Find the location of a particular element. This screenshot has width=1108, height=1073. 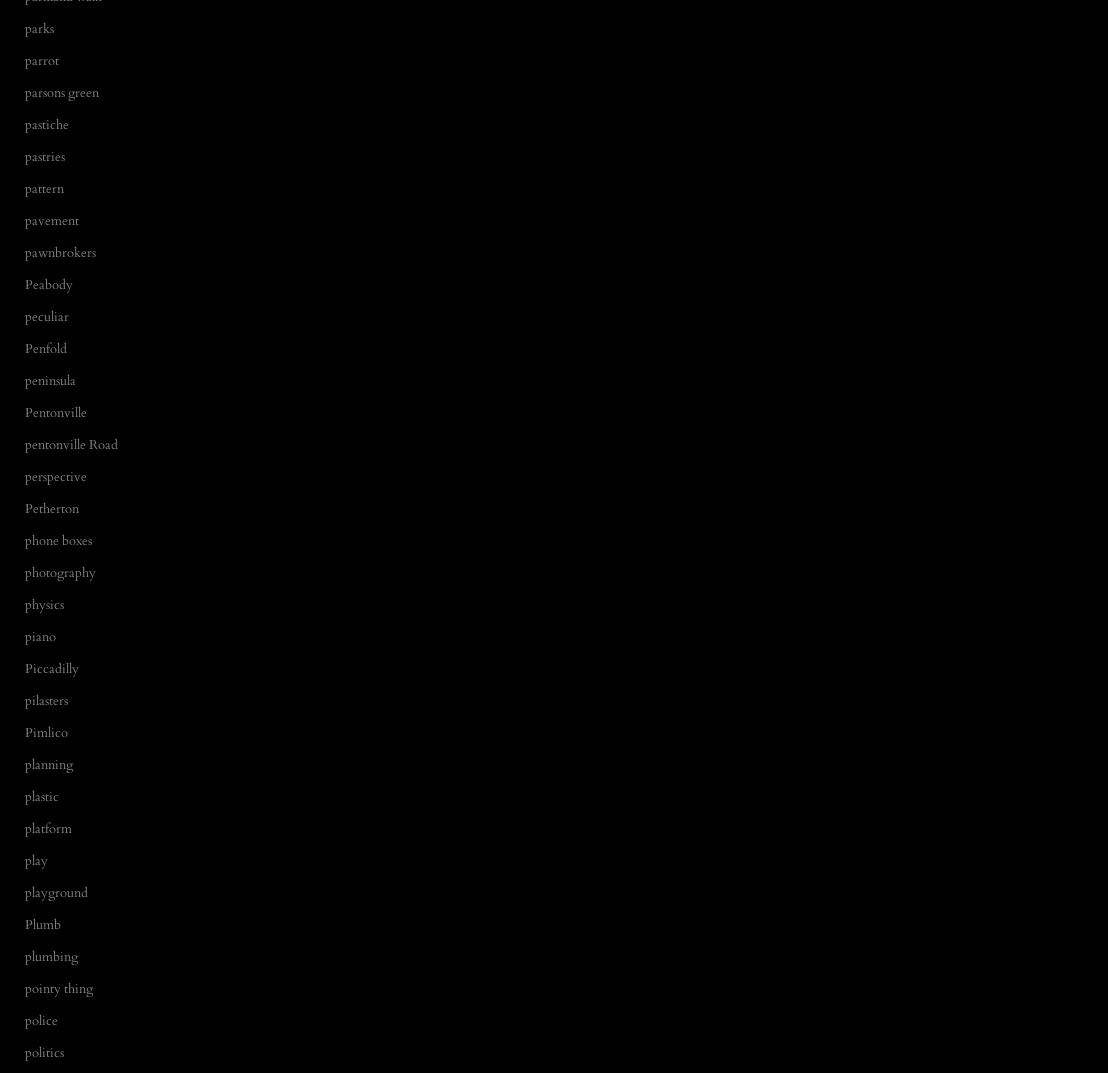

'parsons green' is located at coordinates (61, 91).